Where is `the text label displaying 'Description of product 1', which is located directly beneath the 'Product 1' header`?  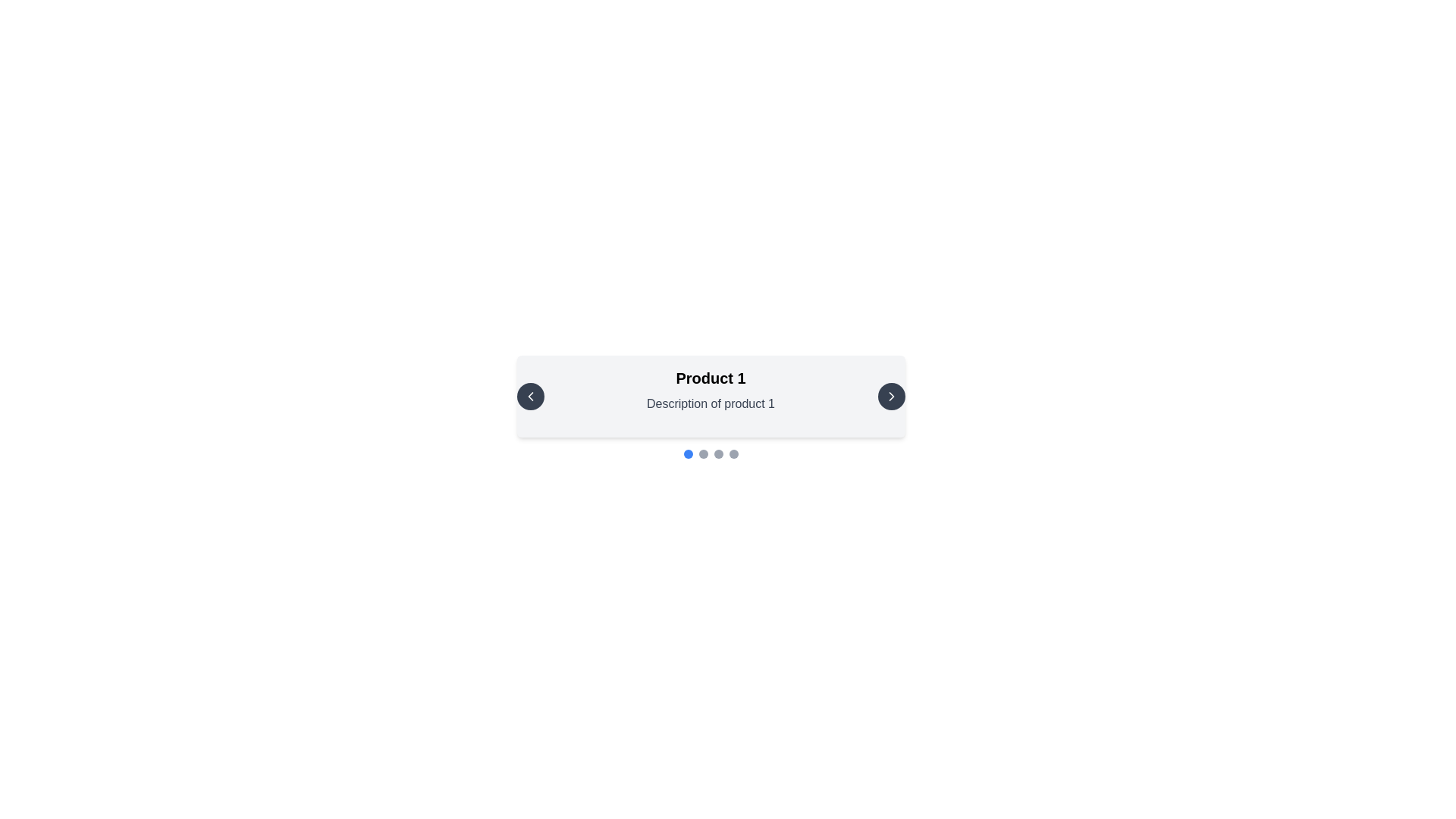
the text label displaying 'Description of product 1', which is located directly beneath the 'Product 1' header is located at coordinates (710, 403).